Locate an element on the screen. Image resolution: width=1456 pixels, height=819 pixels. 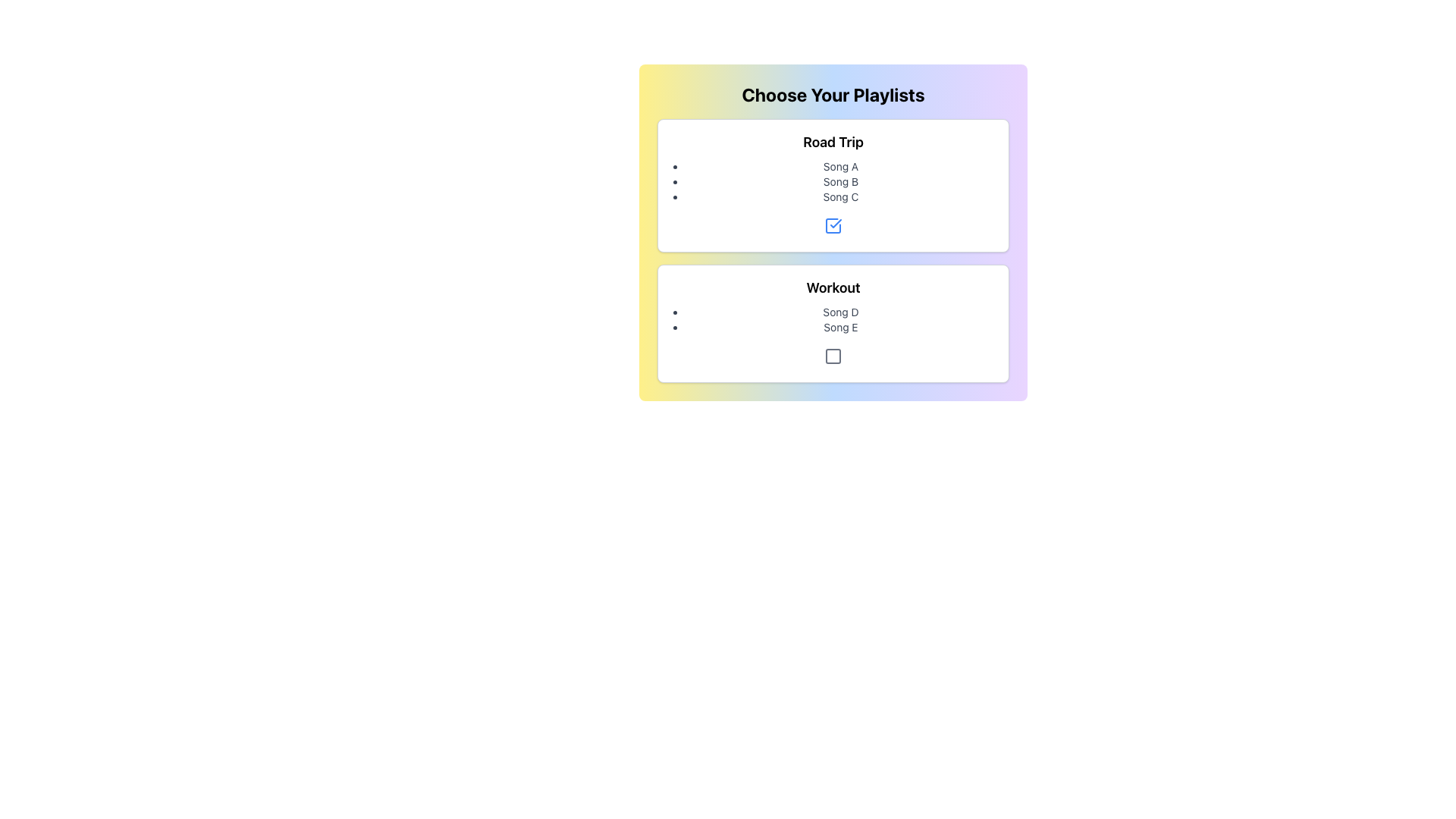
the Bullet Point List element that displays the songs in the 'Workout' playlist, located below the title 'Workout' is located at coordinates (833, 318).